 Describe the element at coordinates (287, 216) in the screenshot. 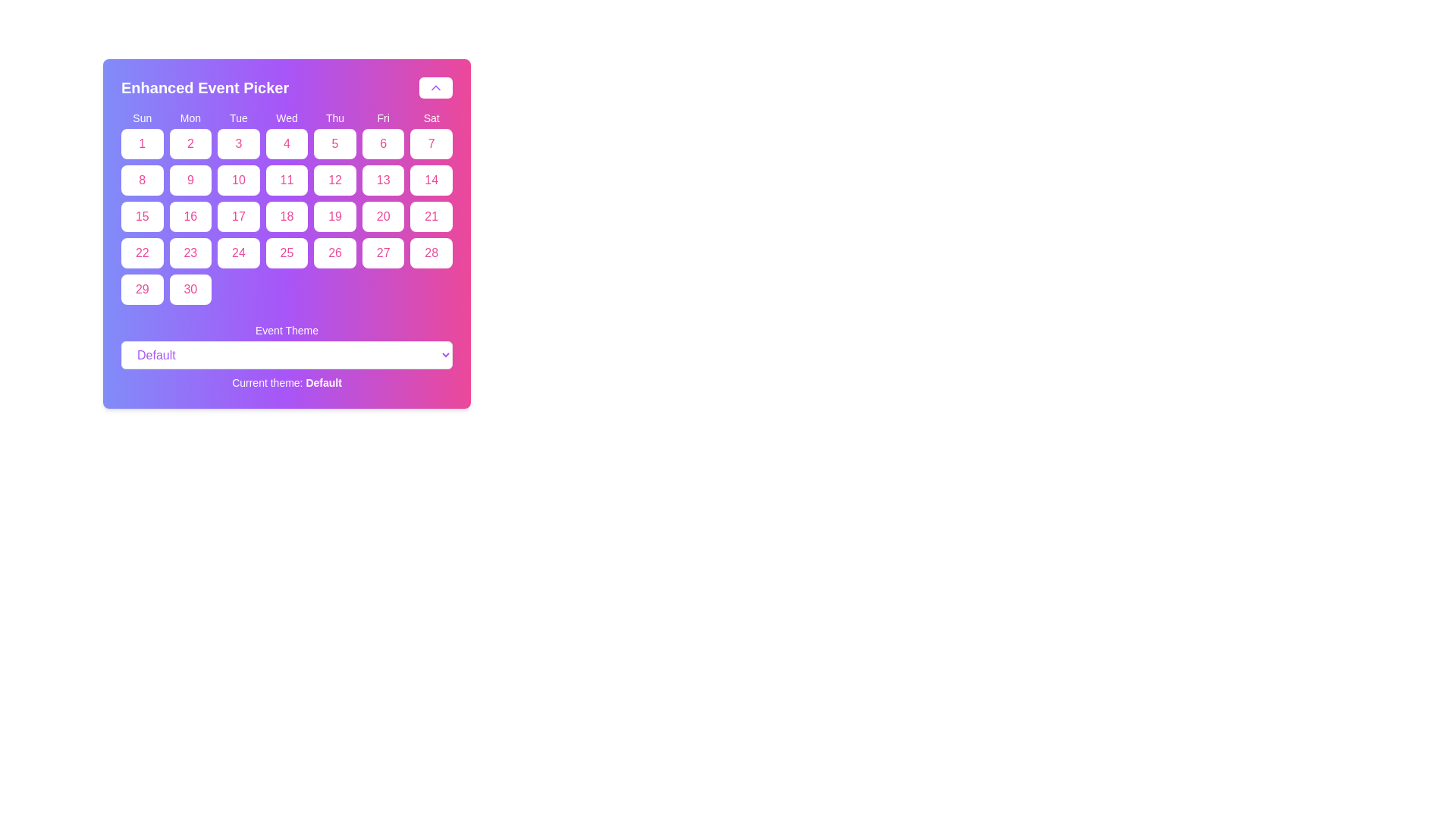

I see `the square button displaying the numeral '18' in pink text, located in the fourth column of the third row of the calendar grid` at that location.